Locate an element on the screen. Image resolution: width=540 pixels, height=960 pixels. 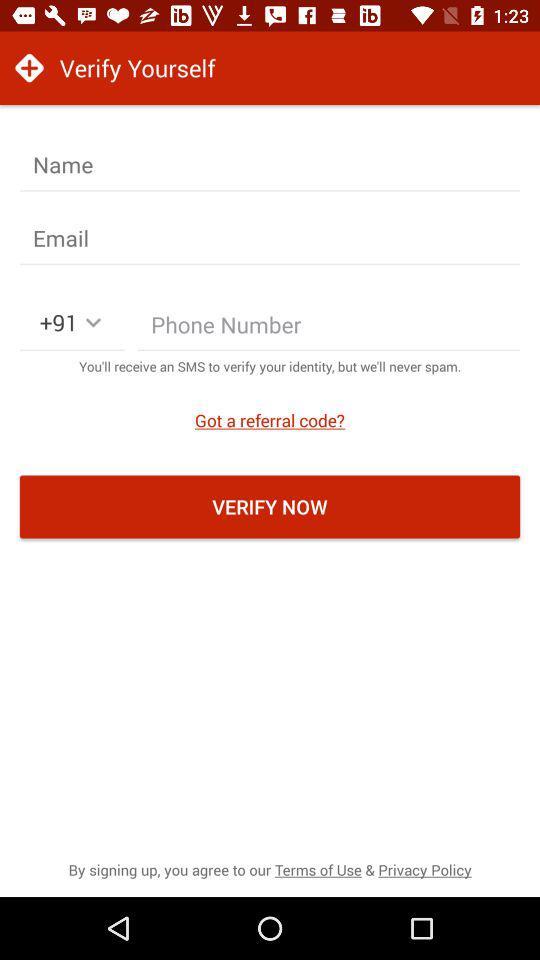
it is a verifing email adress is located at coordinates (270, 238).